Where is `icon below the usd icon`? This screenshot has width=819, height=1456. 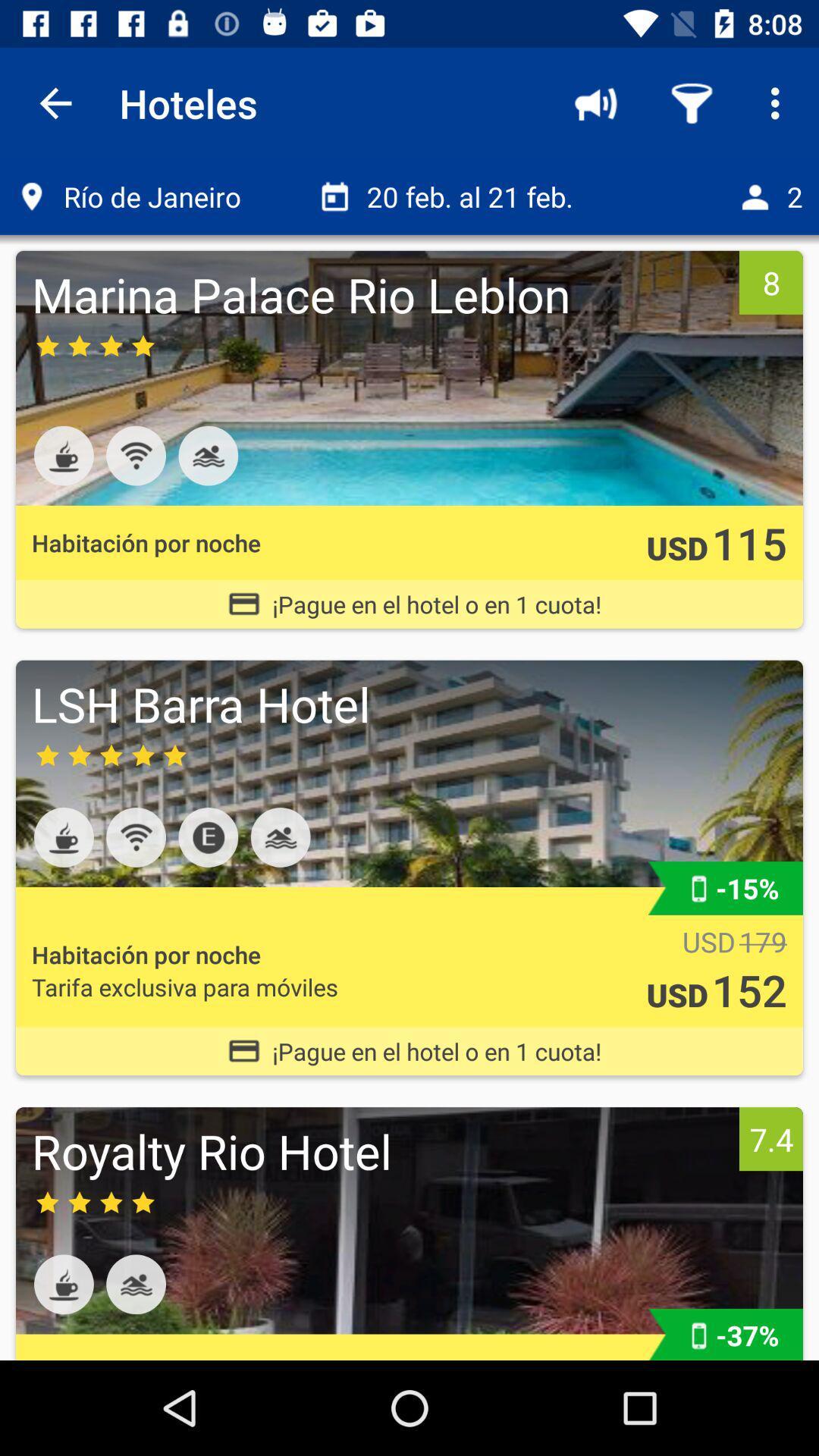
icon below the usd icon is located at coordinates (748, 990).